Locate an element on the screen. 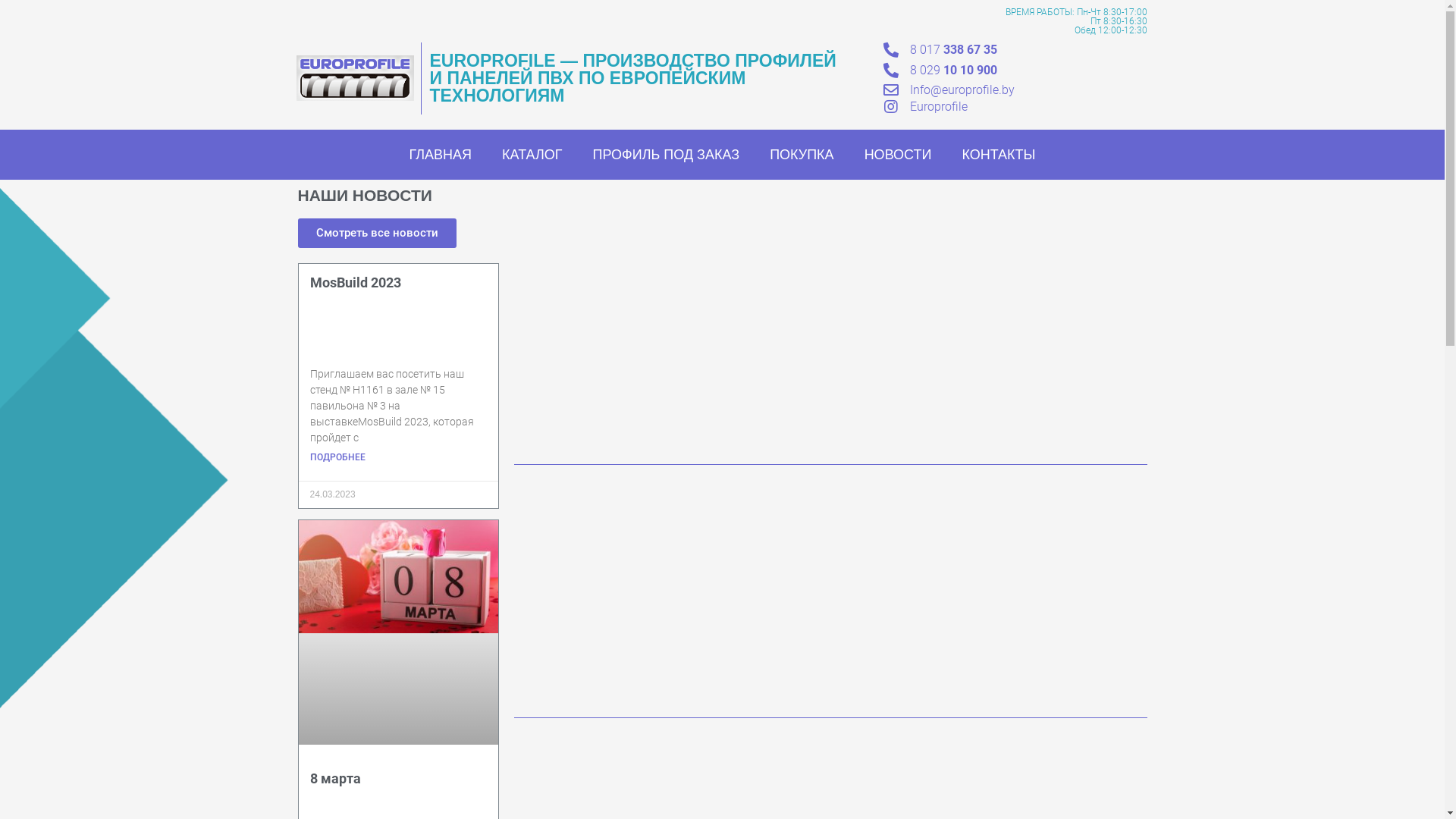  '8 029 10 10 900' is located at coordinates (952, 70).